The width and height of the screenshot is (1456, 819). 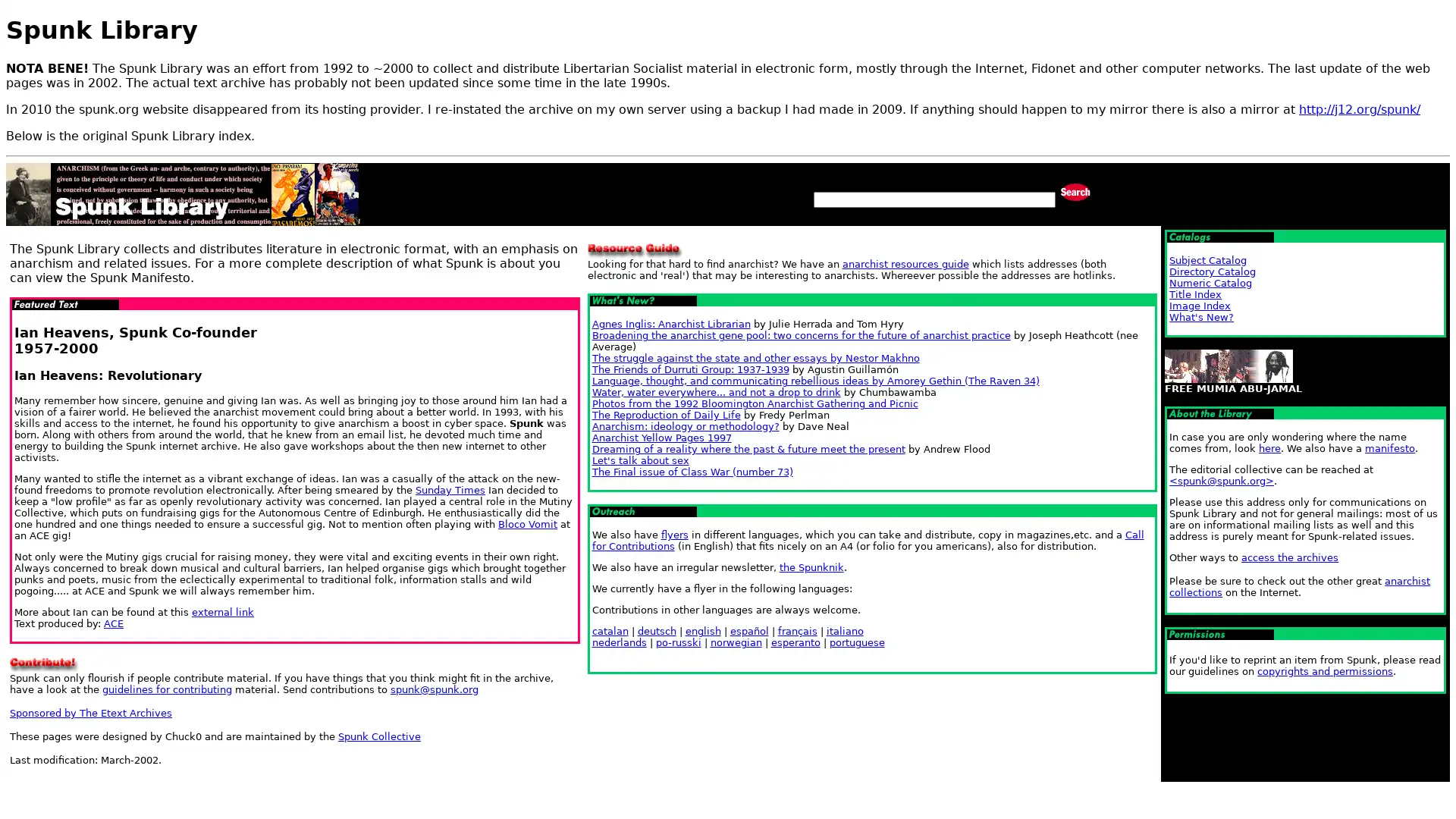 What do you see at coordinates (1074, 190) in the screenshot?
I see `Search` at bounding box center [1074, 190].